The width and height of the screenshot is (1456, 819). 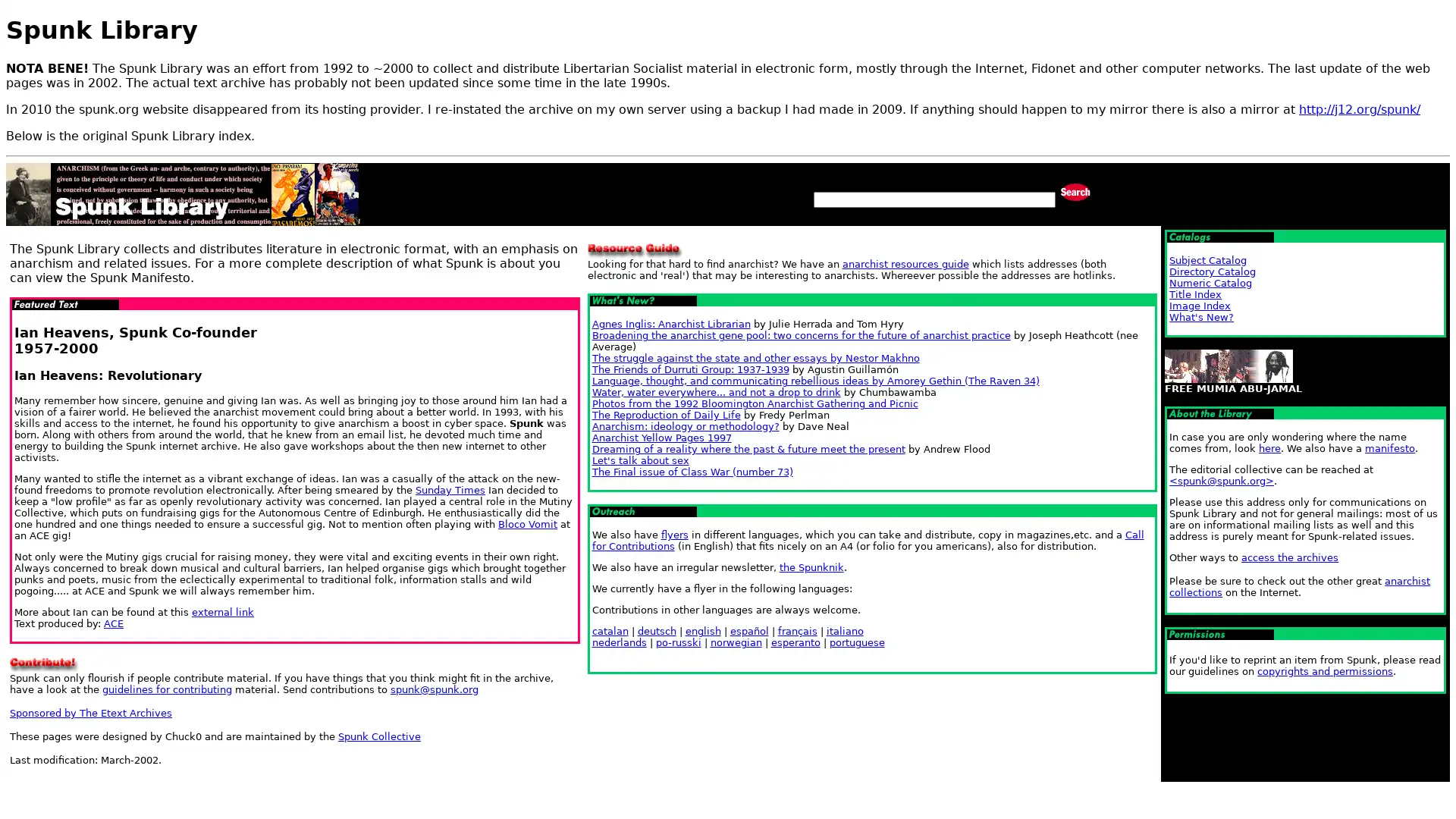 What do you see at coordinates (1074, 190) in the screenshot?
I see `Search` at bounding box center [1074, 190].